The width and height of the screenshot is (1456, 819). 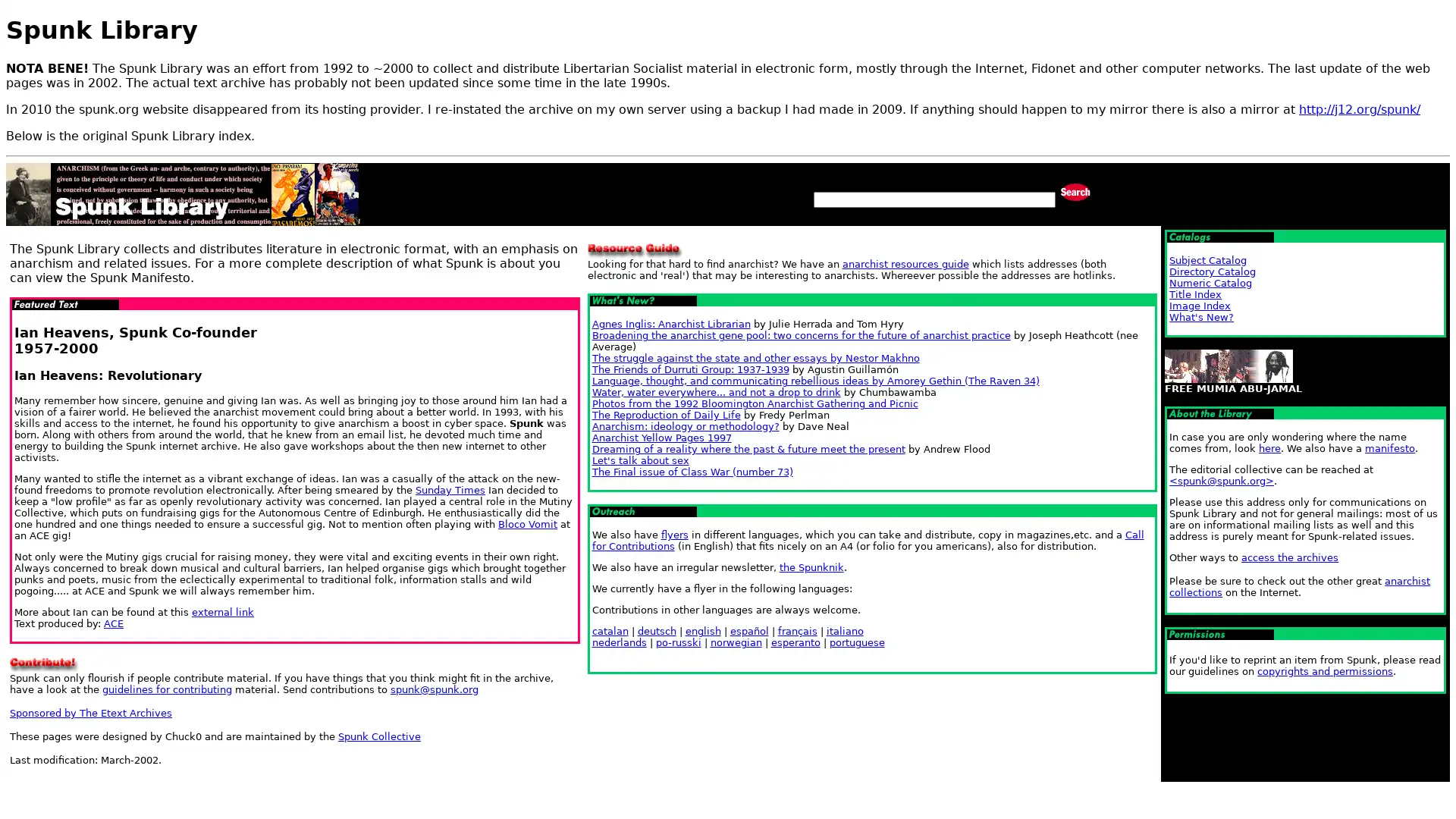 What do you see at coordinates (1074, 190) in the screenshot?
I see `Search` at bounding box center [1074, 190].